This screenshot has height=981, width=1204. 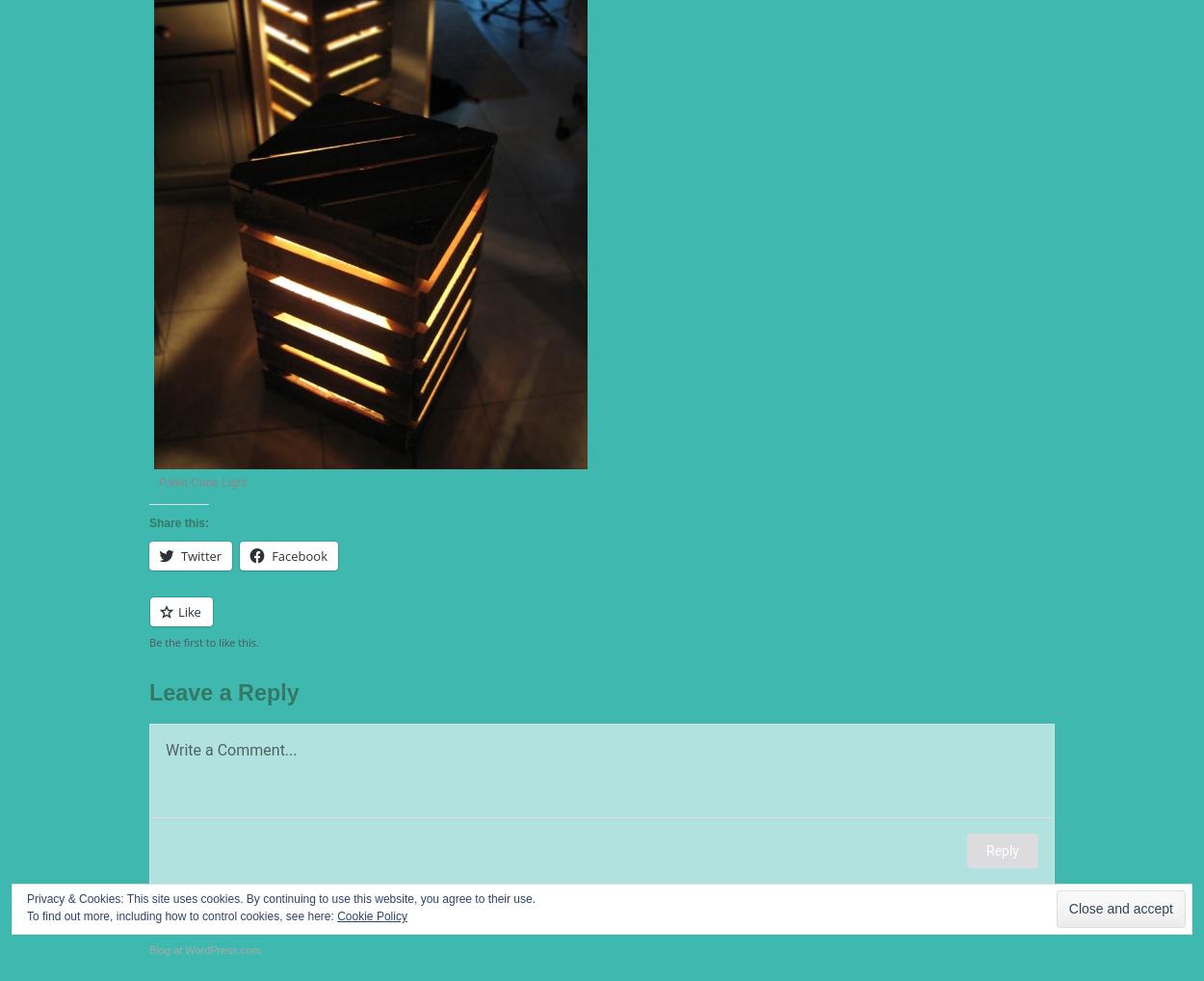 What do you see at coordinates (27, 915) in the screenshot?
I see `'To find out more, including how to control cookies, see here:'` at bounding box center [27, 915].